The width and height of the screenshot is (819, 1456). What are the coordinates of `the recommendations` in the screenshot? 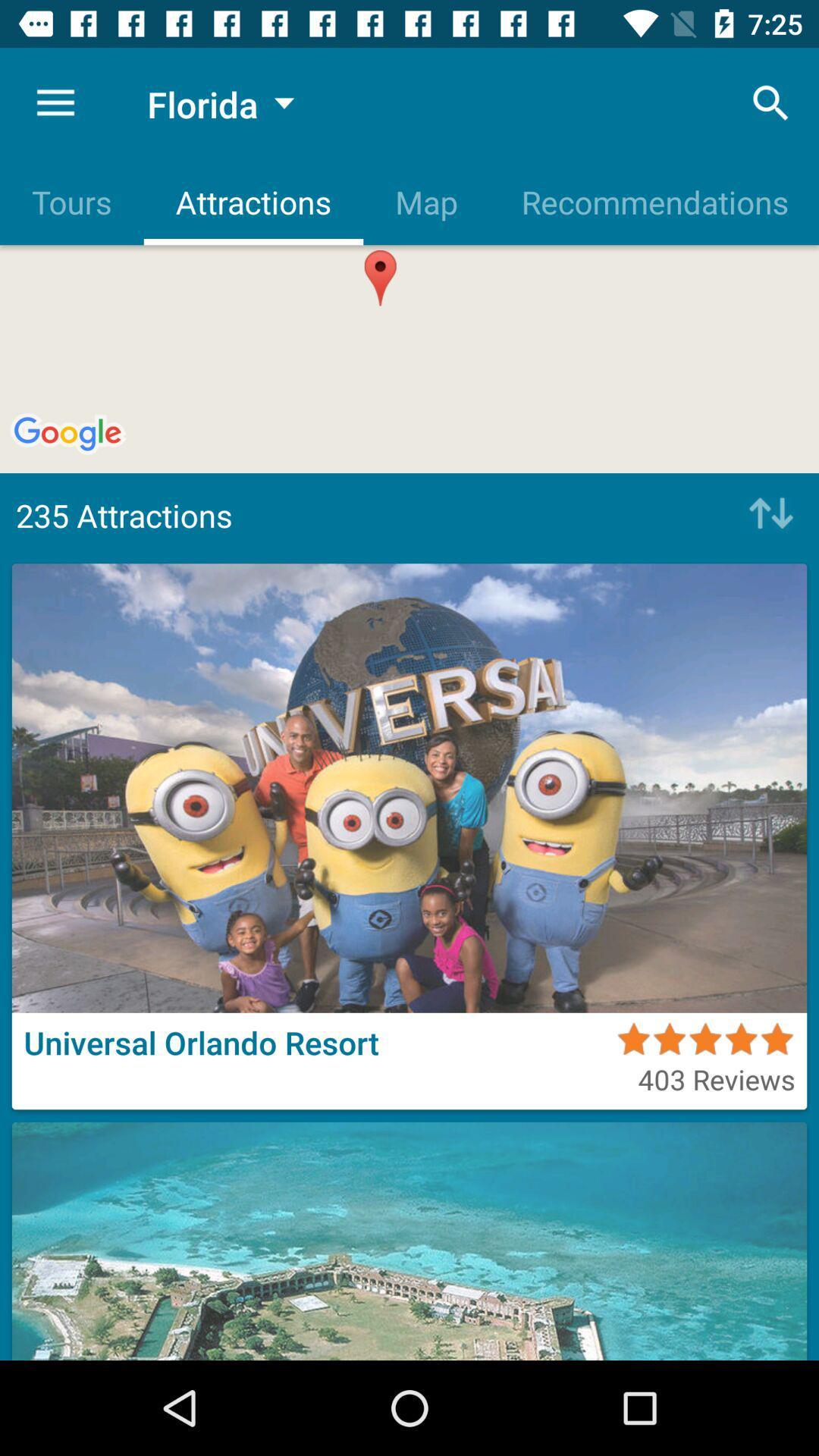 It's located at (653, 201).